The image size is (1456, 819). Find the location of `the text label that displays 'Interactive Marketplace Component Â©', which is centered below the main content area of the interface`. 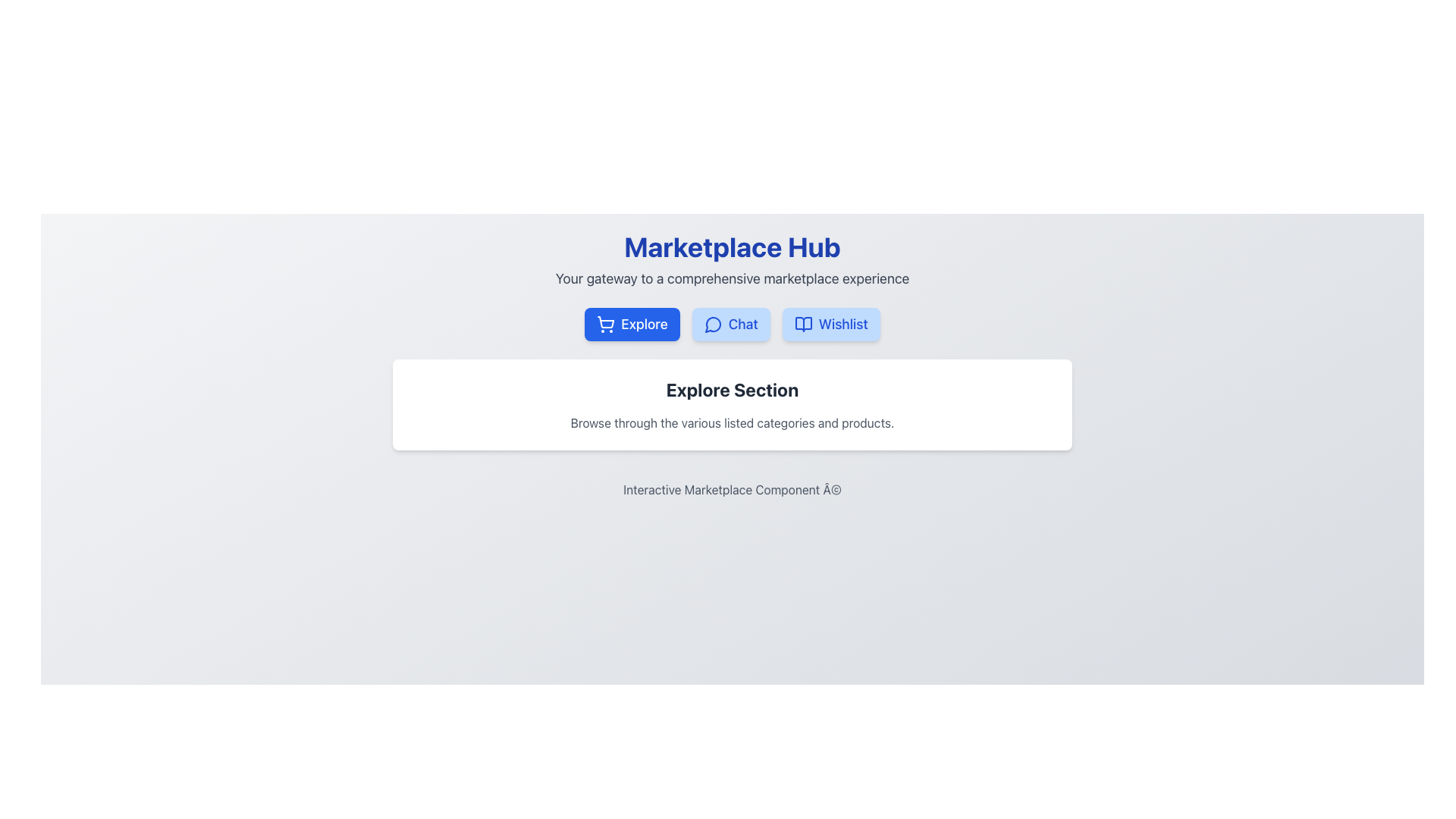

the text label that displays 'Interactive Marketplace Component Â©', which is centered below the main content area of the interface is located at coordinates (732, 489).